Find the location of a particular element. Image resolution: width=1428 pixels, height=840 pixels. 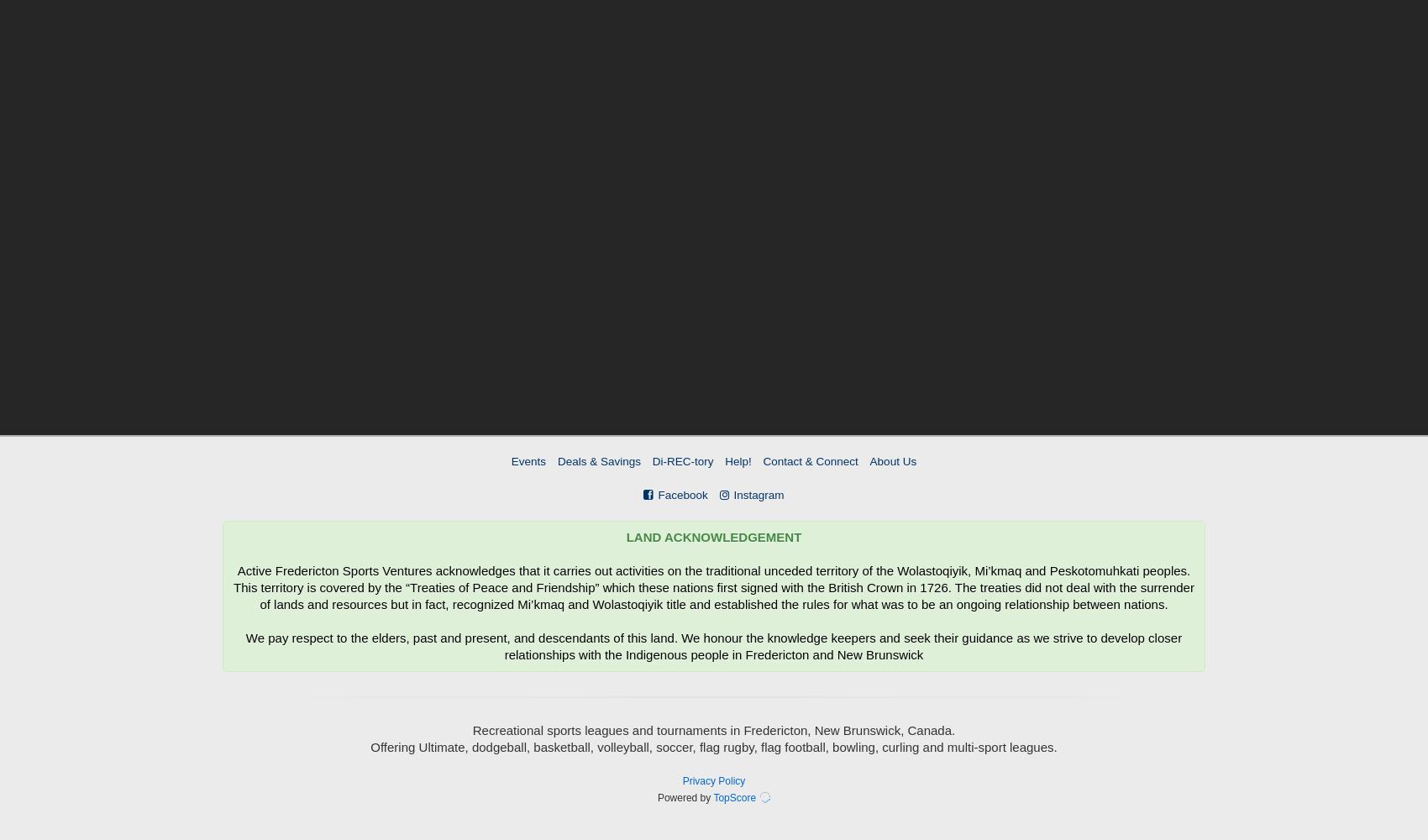

'We pay respect to the elders, past and present, and descendants of this land. We honour the knowledge keepers and seek their guidance as we strive to develop closer relationships with the Indigenous people in Fredericton and New Brunswick' is located at coordinates (712, 646).